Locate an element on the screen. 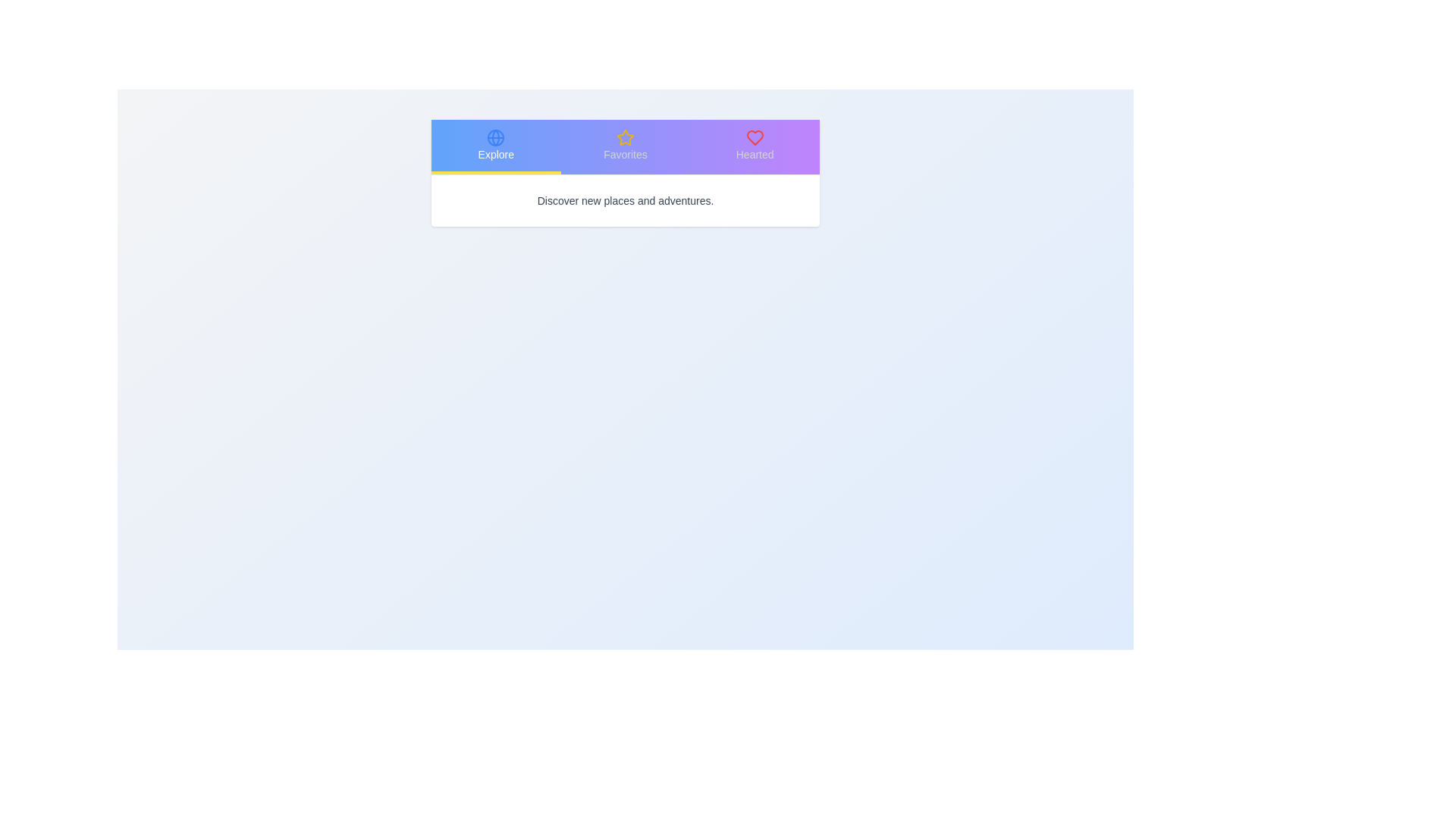 This screenshot has width=1456, height=819. the tab labeled Favorites is located at coordinates (626, 146).